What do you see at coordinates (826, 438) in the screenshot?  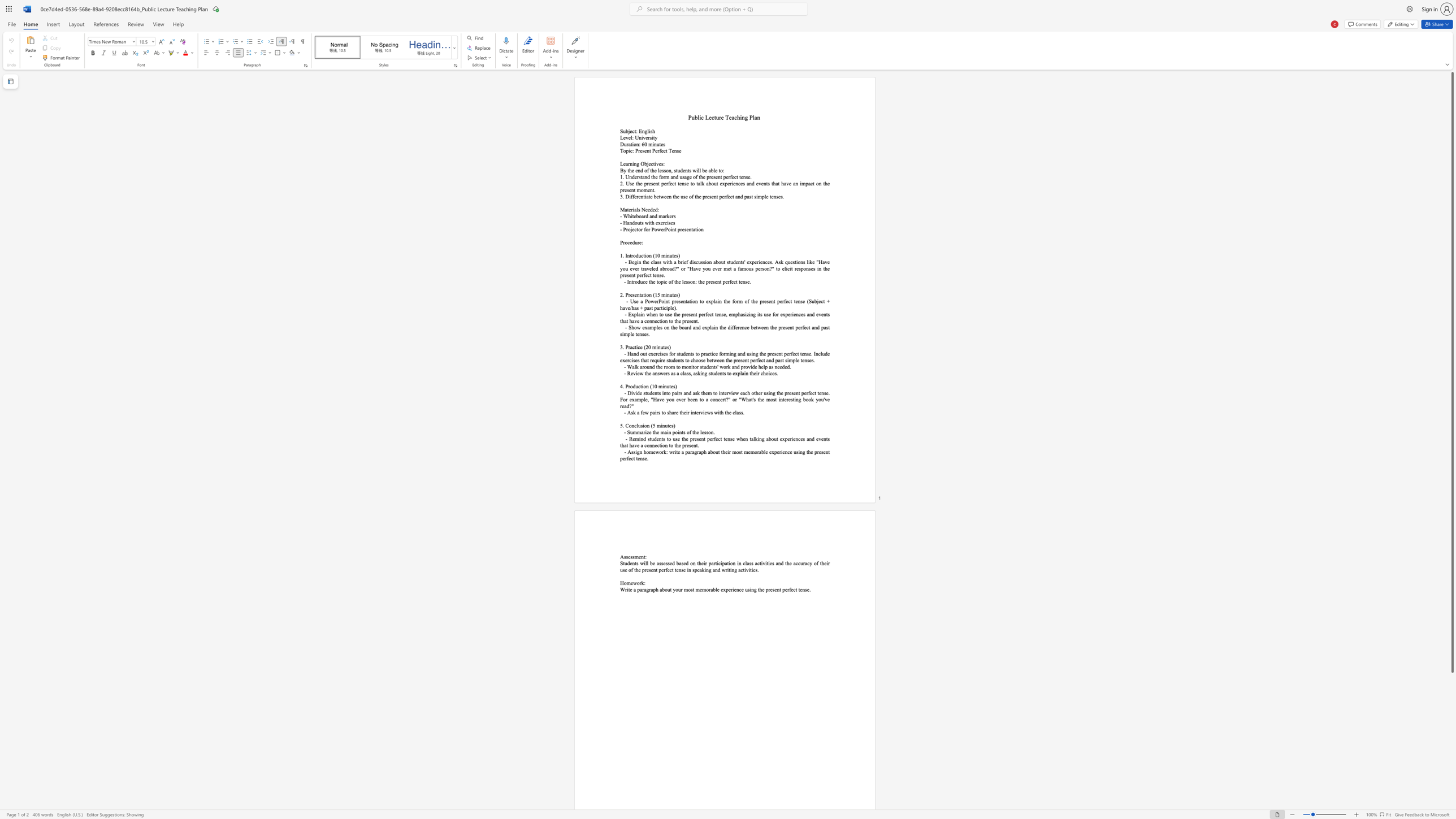 I see `the 10th character "t" in the text` at bounding box center [826, 438].